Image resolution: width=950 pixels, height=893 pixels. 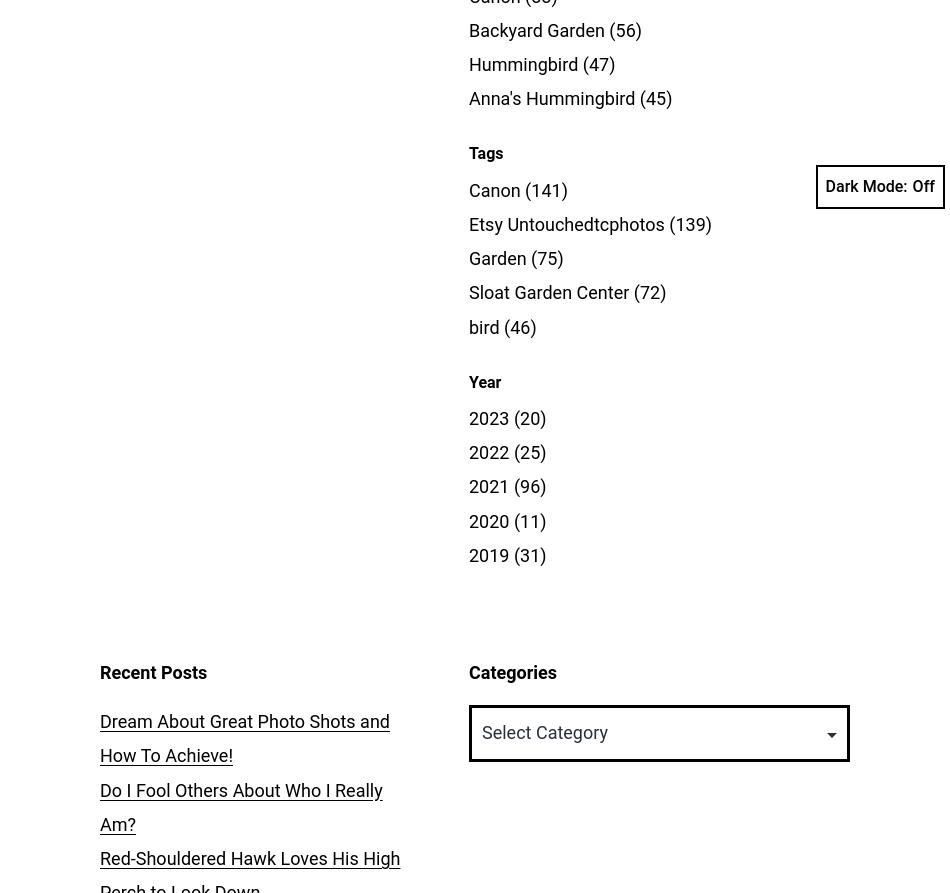 I want to click on 'Close Search', so click(x=907, y=100).